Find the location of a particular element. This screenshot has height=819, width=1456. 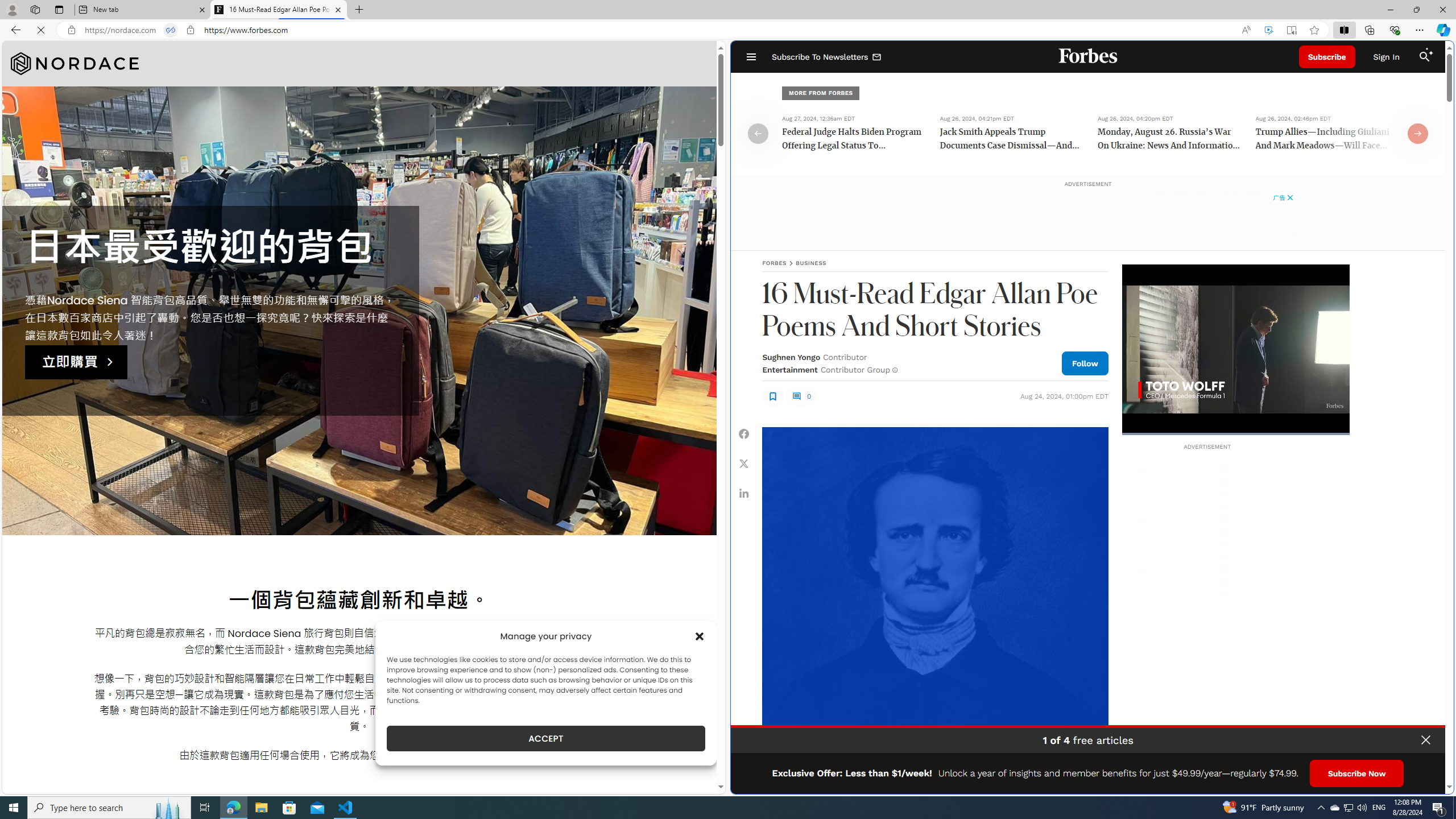

'Class: fs-icon fs-icon--linkedin' is located at coordinates (744, 493).